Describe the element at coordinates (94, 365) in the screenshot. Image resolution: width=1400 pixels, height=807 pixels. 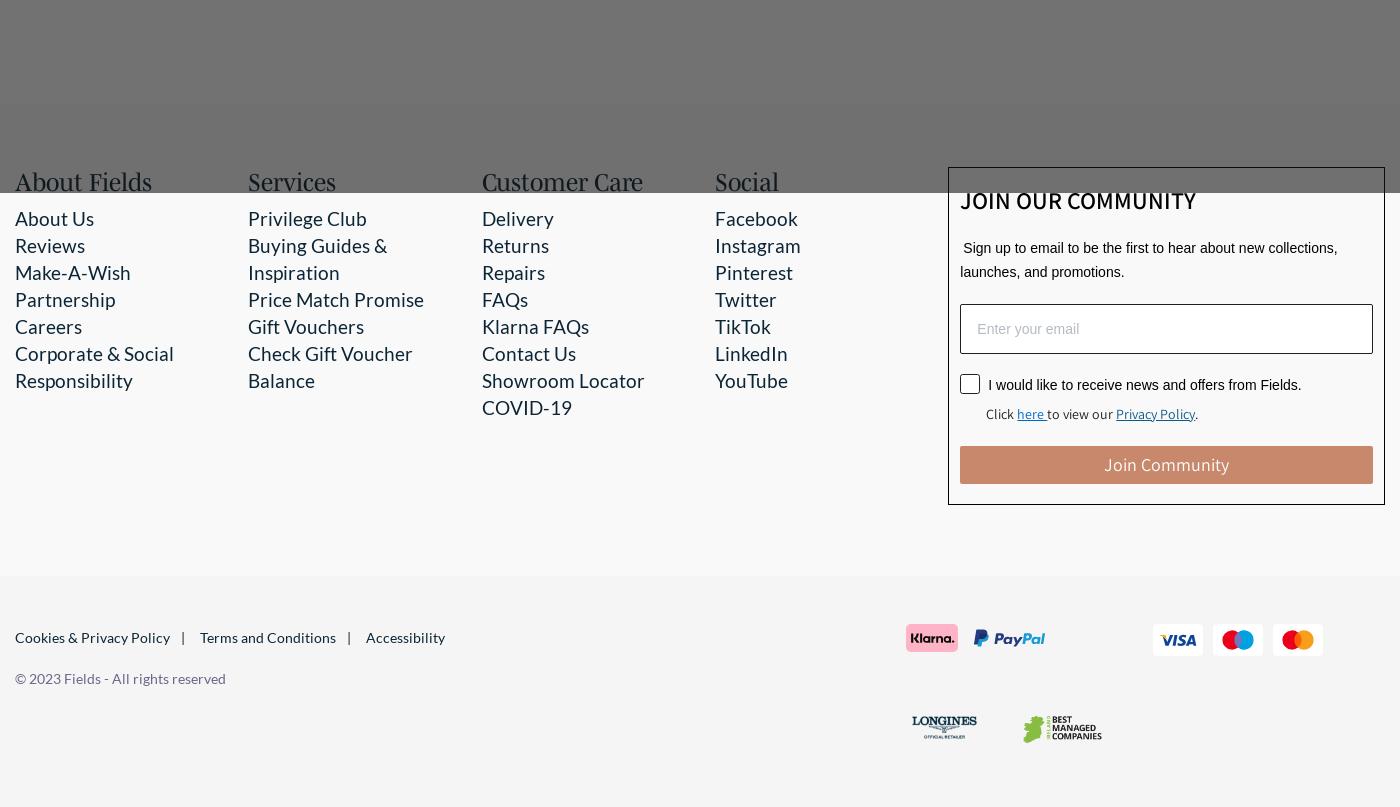
I see `'Corporate & Social Responsibility'` at that location.